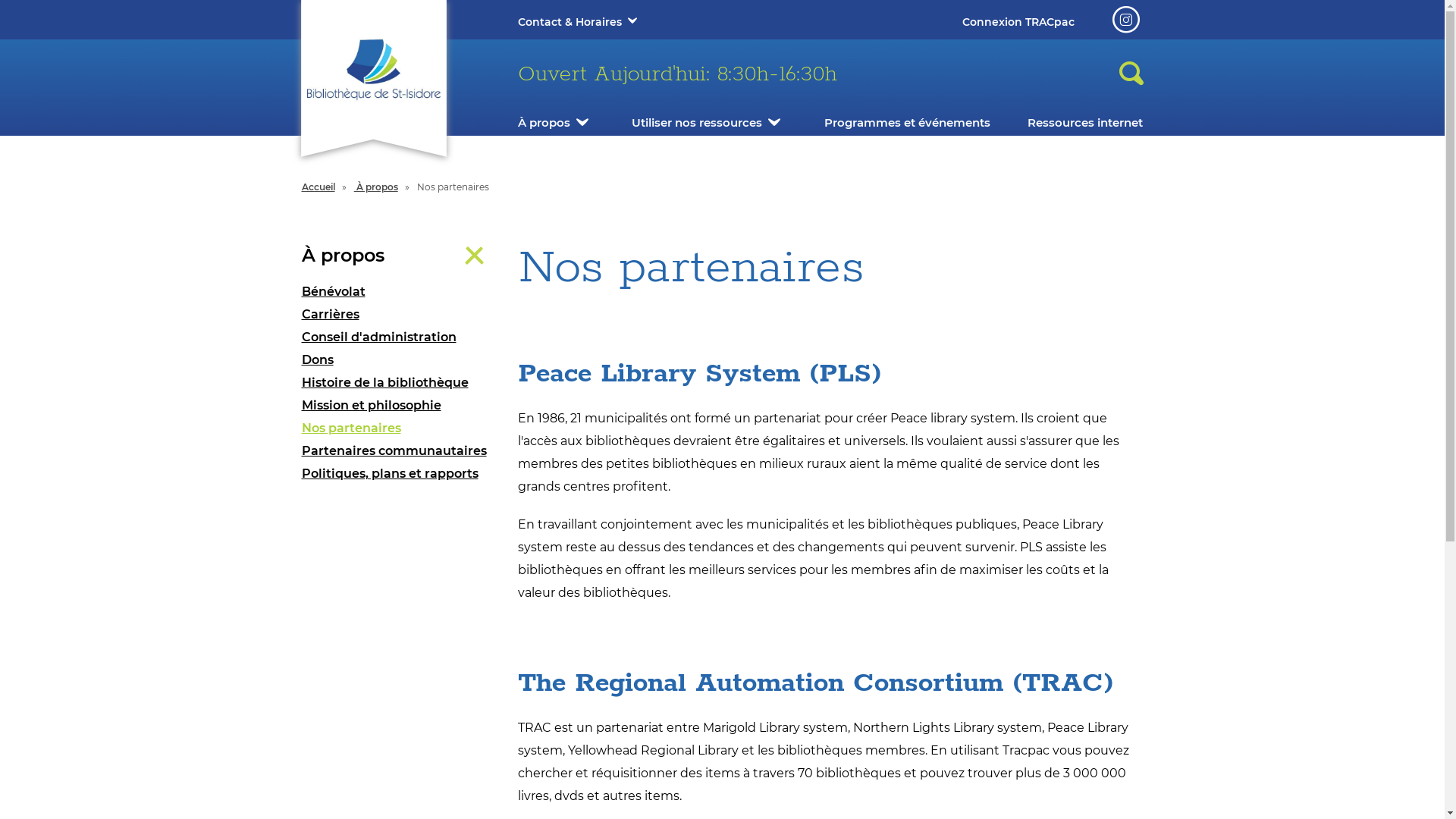 This screenshot has height=819, width=1456. I want to click on 'Mission et philosophie', so click(398, 405).